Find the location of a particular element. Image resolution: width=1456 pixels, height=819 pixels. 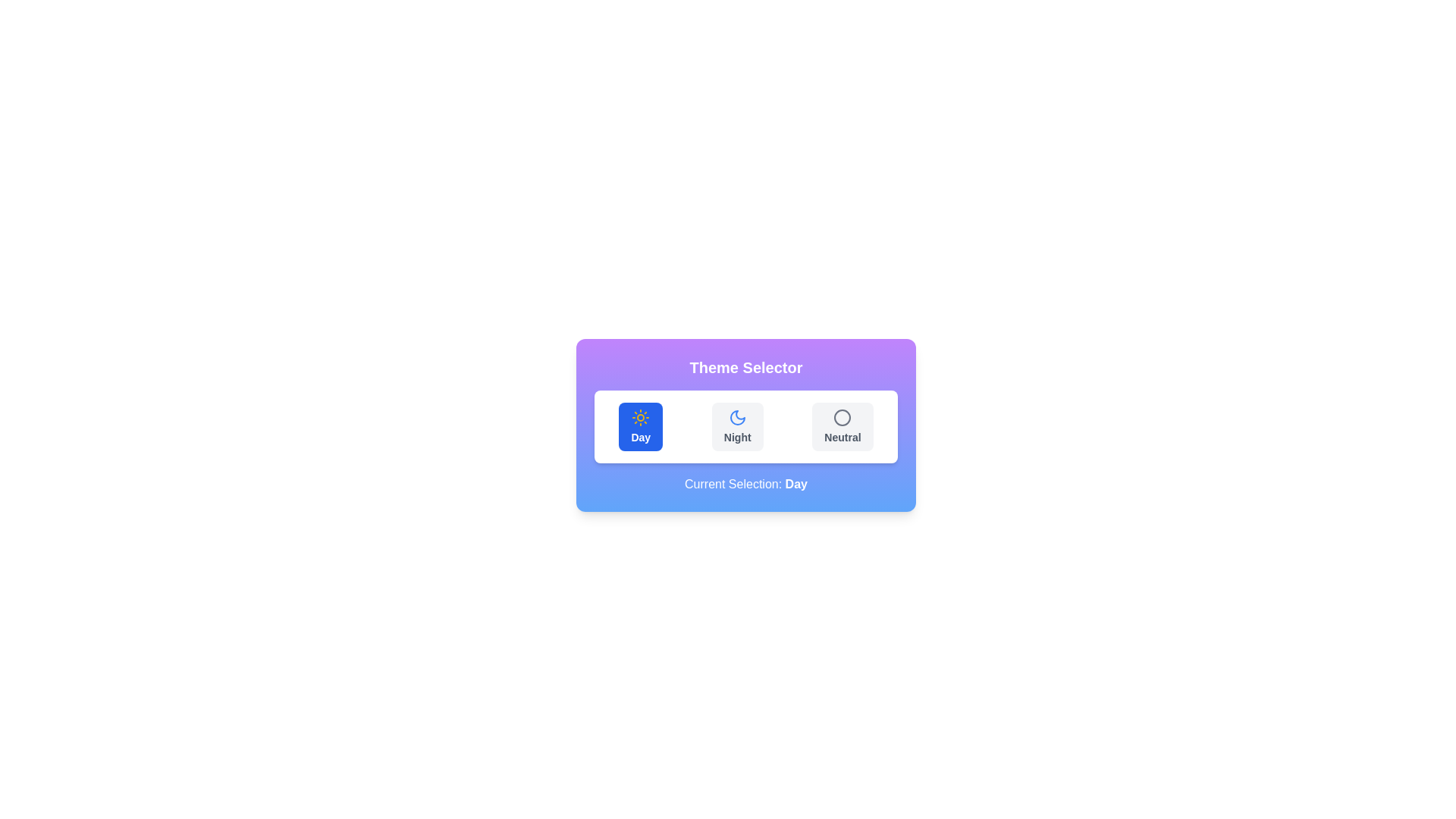

the crescent moon icon button in the second position of the theme selector is located at coordinates (737, 418).